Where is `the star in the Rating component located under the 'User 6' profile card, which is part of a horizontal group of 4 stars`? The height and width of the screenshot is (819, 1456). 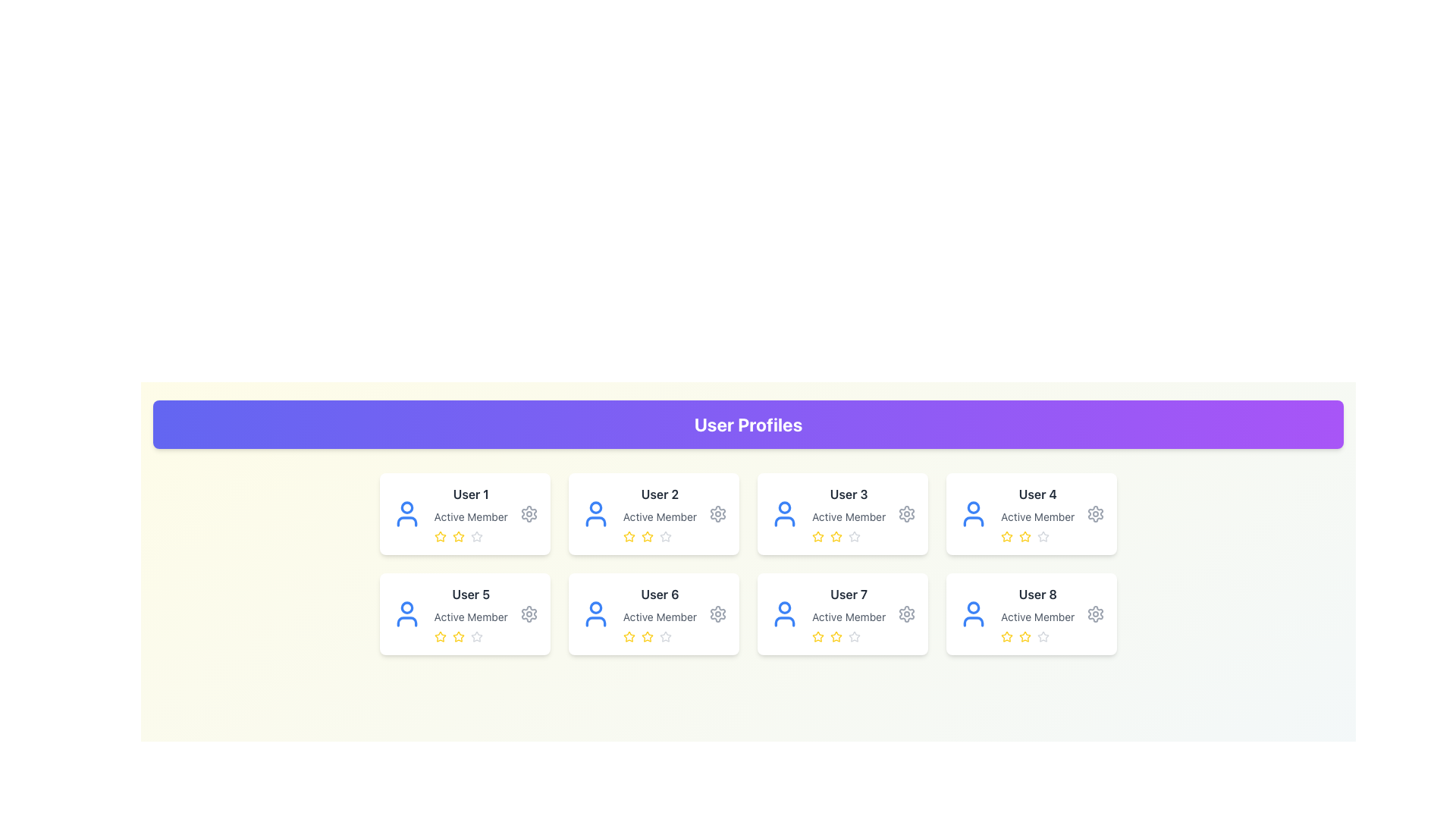
the star in the Rating component located under the 'User 6' profile card, which is part of a horizontal group of 4 stars is located at coordinates (660, 637).